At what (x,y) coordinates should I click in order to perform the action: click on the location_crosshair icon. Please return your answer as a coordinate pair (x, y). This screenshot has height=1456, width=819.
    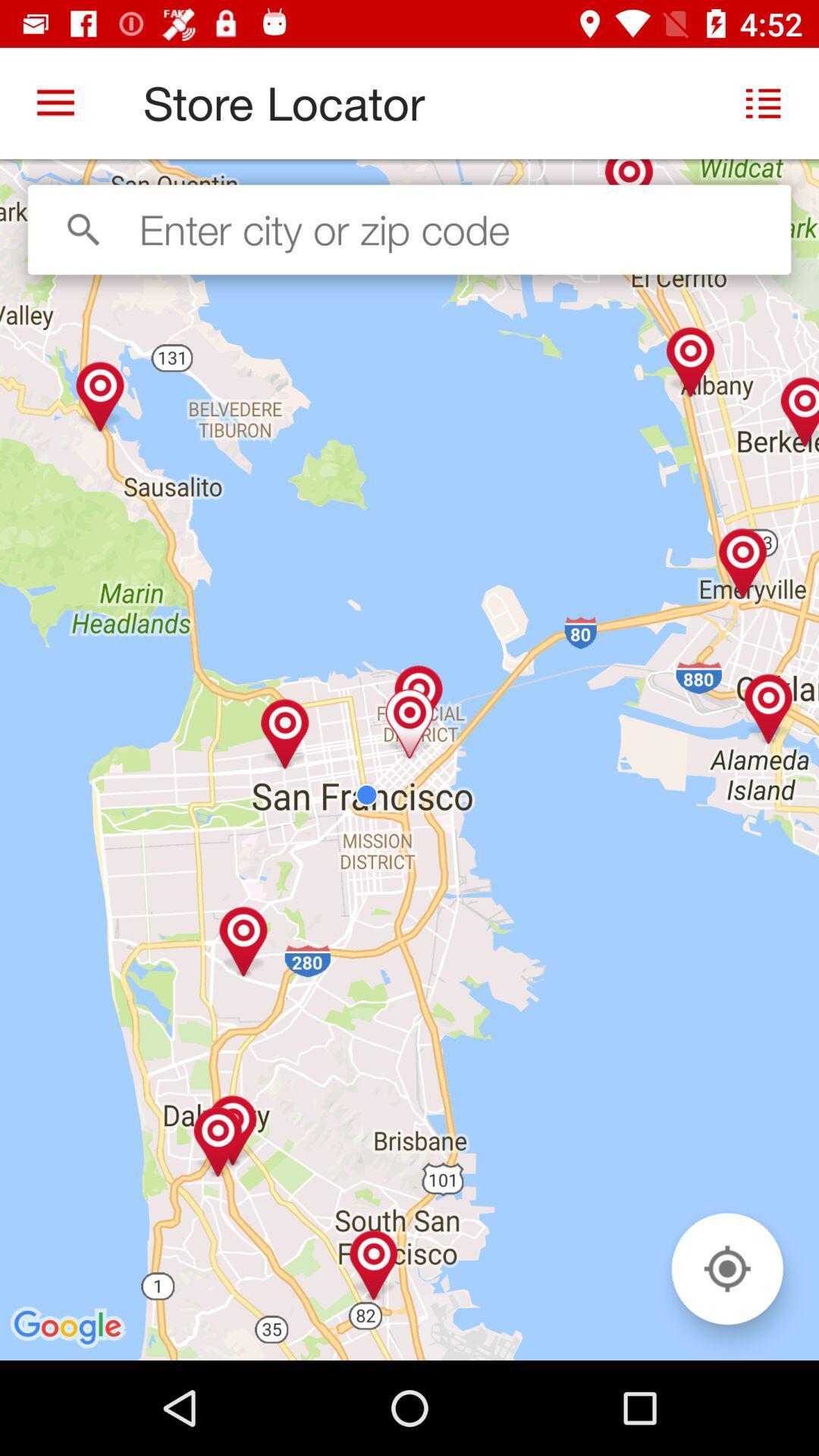
    Looking at the image, I should click on (726, 1269).